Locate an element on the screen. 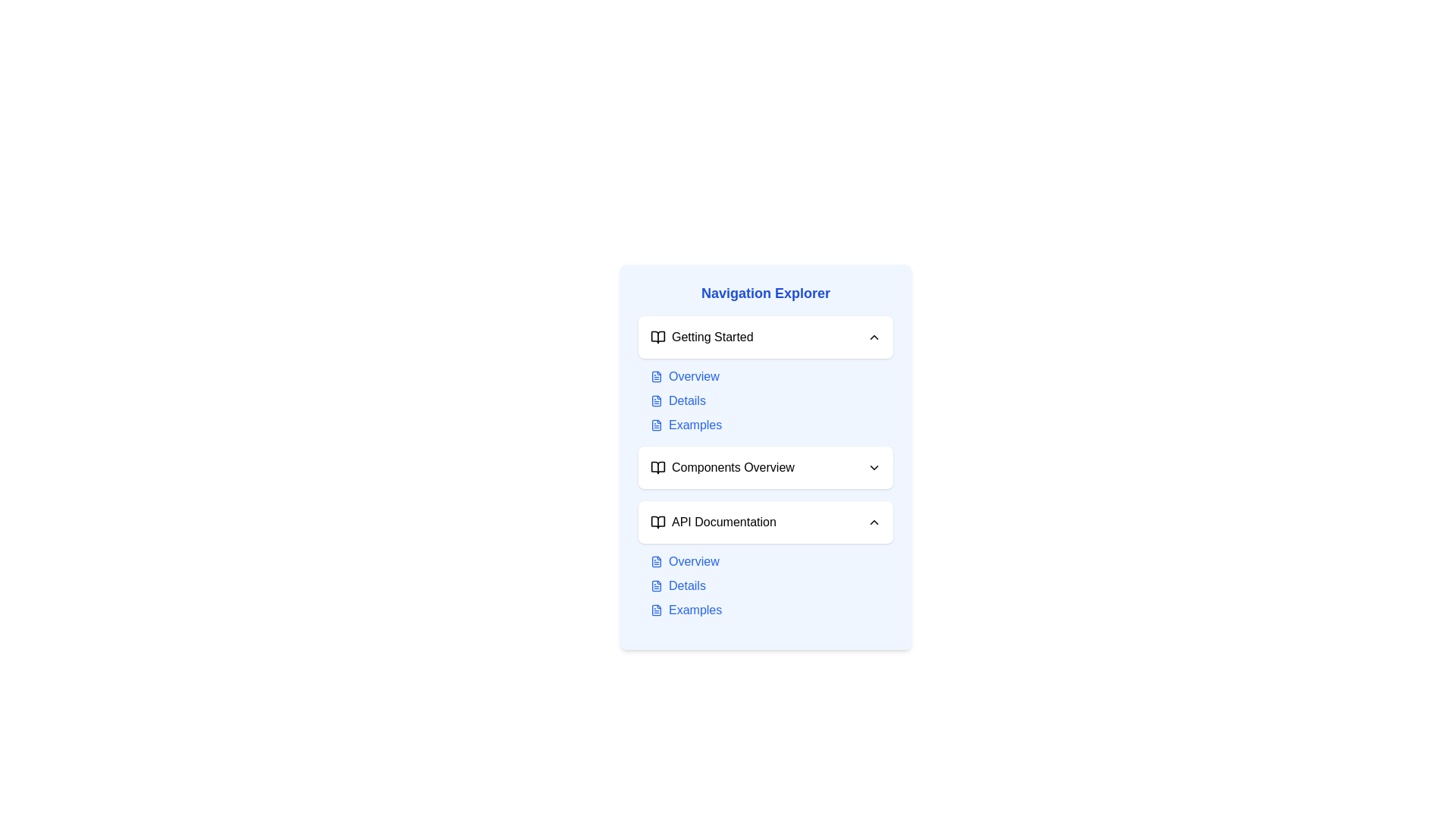 The width and height of the screenshot is (1456, 819). the icon resembling an open book located in the navigation menu, associated with the 'Components Overview' label is located at coordinates (658, 467).